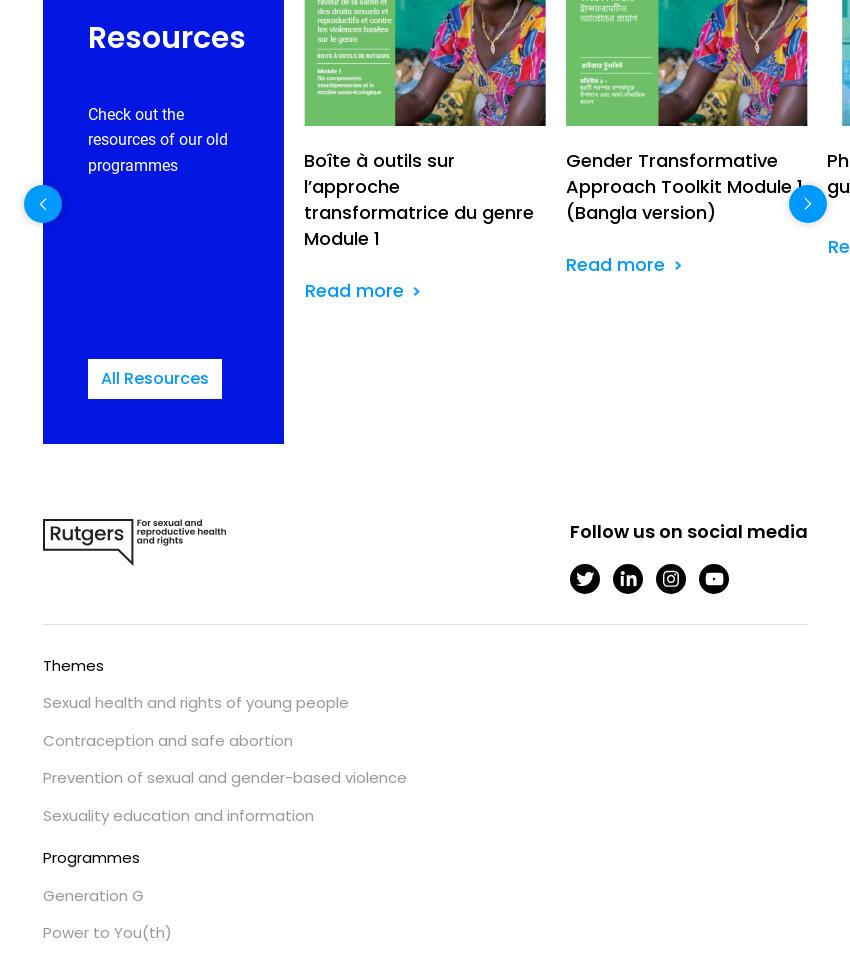  Describe the element at coordinates (40, 738) in the screenshot. I see `'Contraception and safe abortion'` at that location.